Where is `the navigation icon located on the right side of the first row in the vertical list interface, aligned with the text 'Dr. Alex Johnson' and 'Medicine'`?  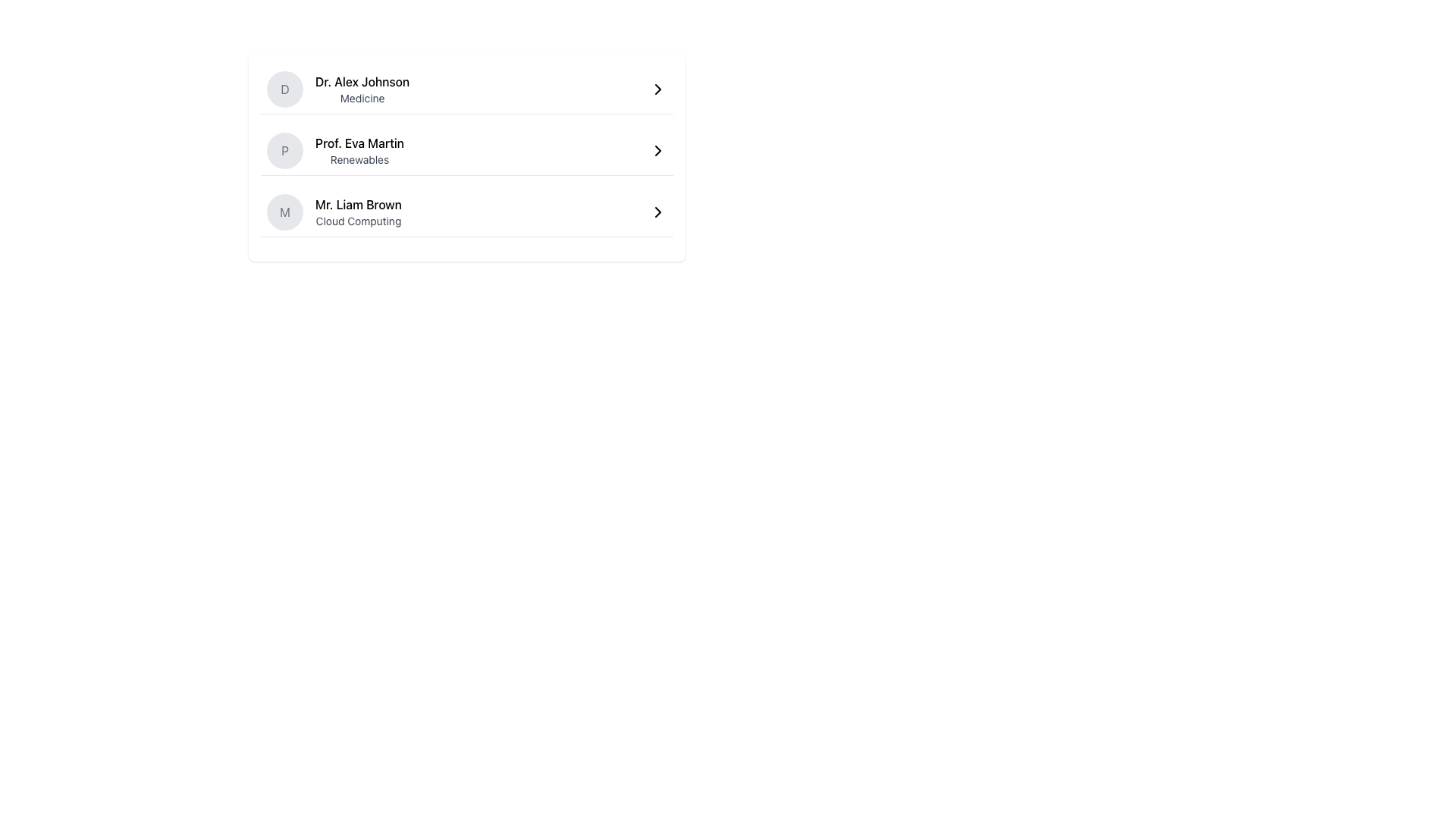 the navigation icon located on the right side of the first row in the vertical list interface, aligned with the text 'Dr. Alex Johnson' and 'Medicine' is located at coordinates (658, 89).